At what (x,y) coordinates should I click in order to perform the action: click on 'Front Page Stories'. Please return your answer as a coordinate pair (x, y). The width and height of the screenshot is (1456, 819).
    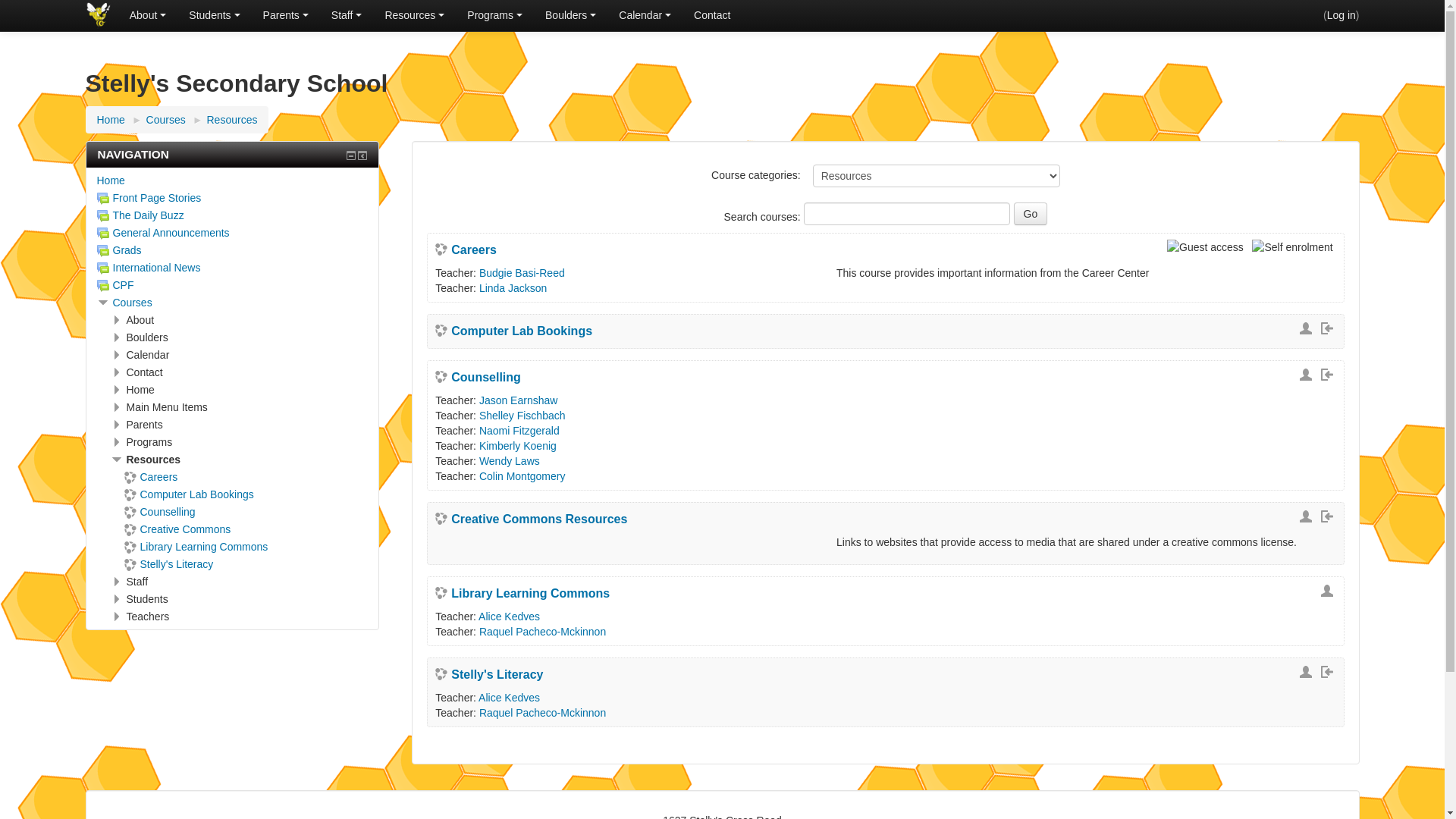
    Looking at the image, I should click on (149, 197).